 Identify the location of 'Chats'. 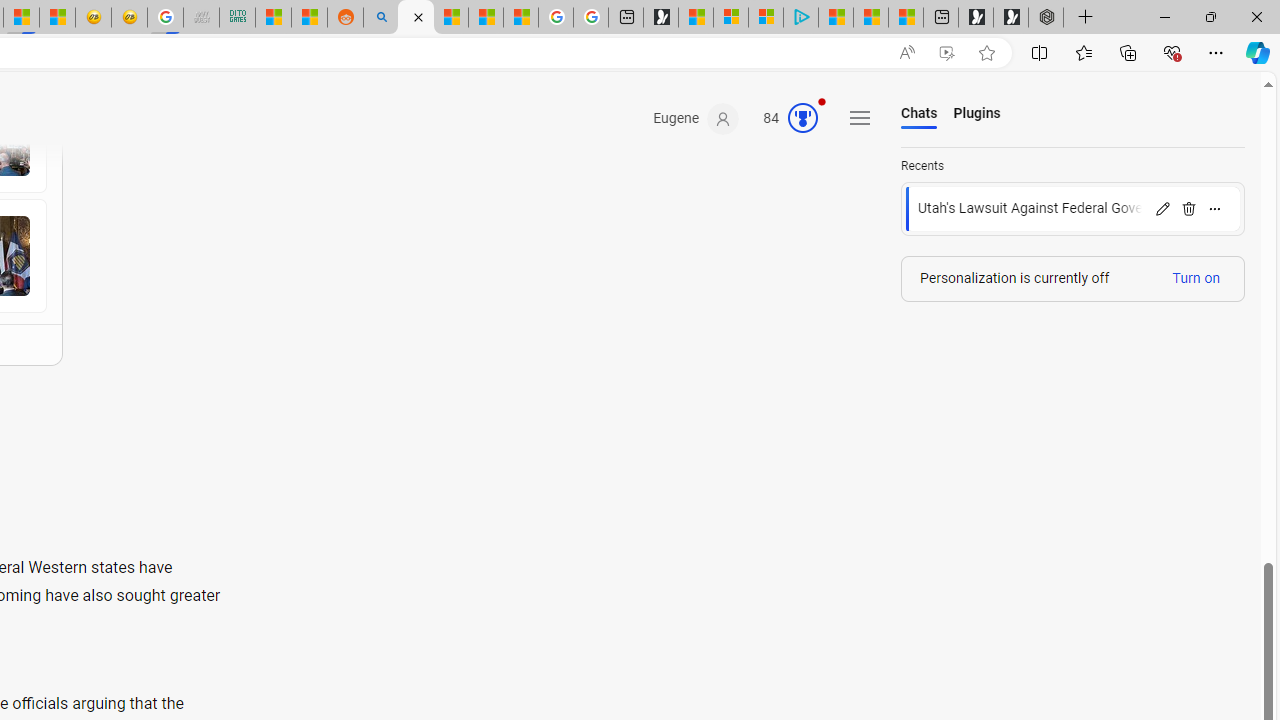
(918, 114).